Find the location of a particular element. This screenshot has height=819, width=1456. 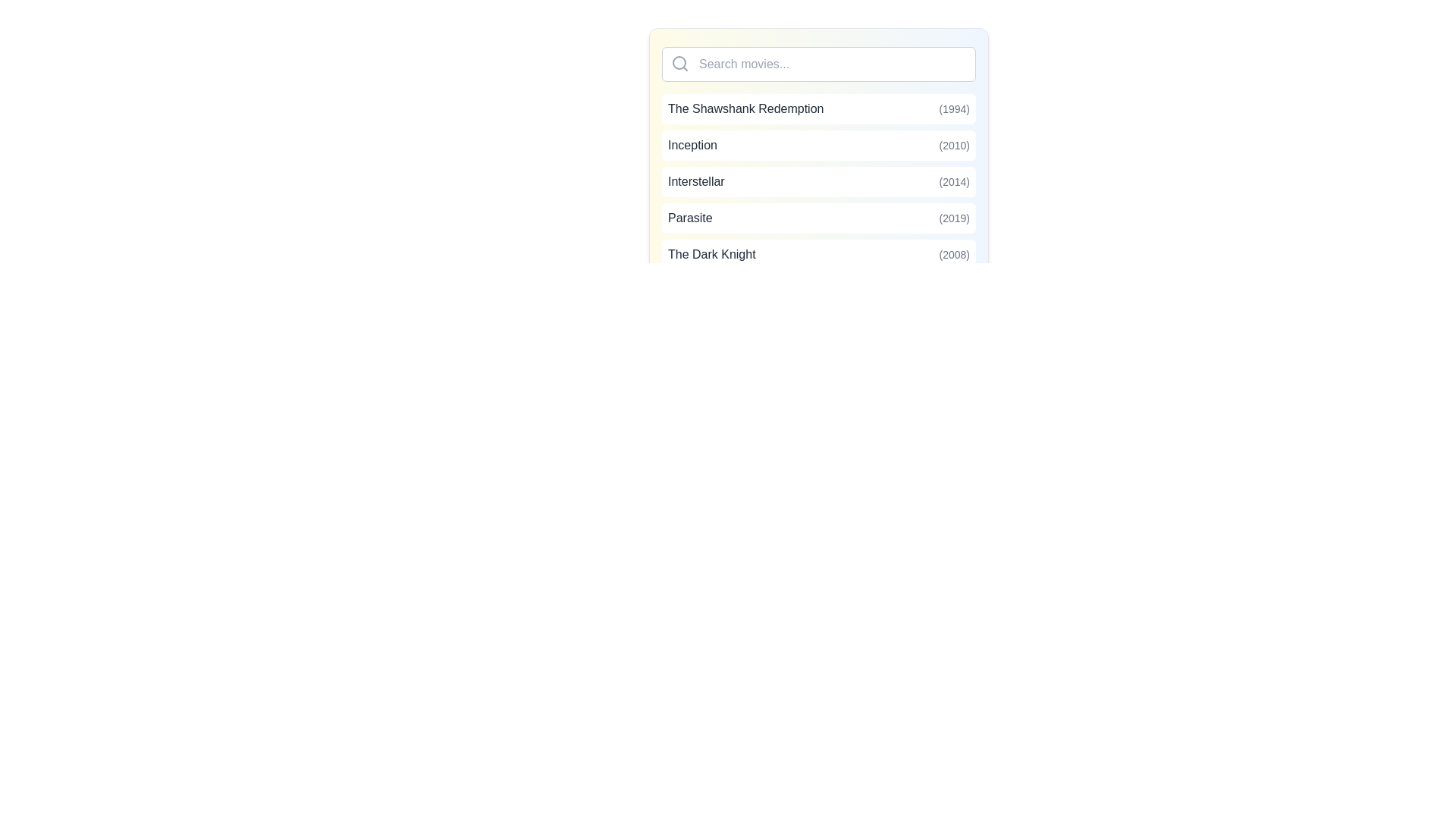

the movie title text label located in the second row of the movie list, which serves as a textual identifier for the associated movie is located at coordinates (692, 146).